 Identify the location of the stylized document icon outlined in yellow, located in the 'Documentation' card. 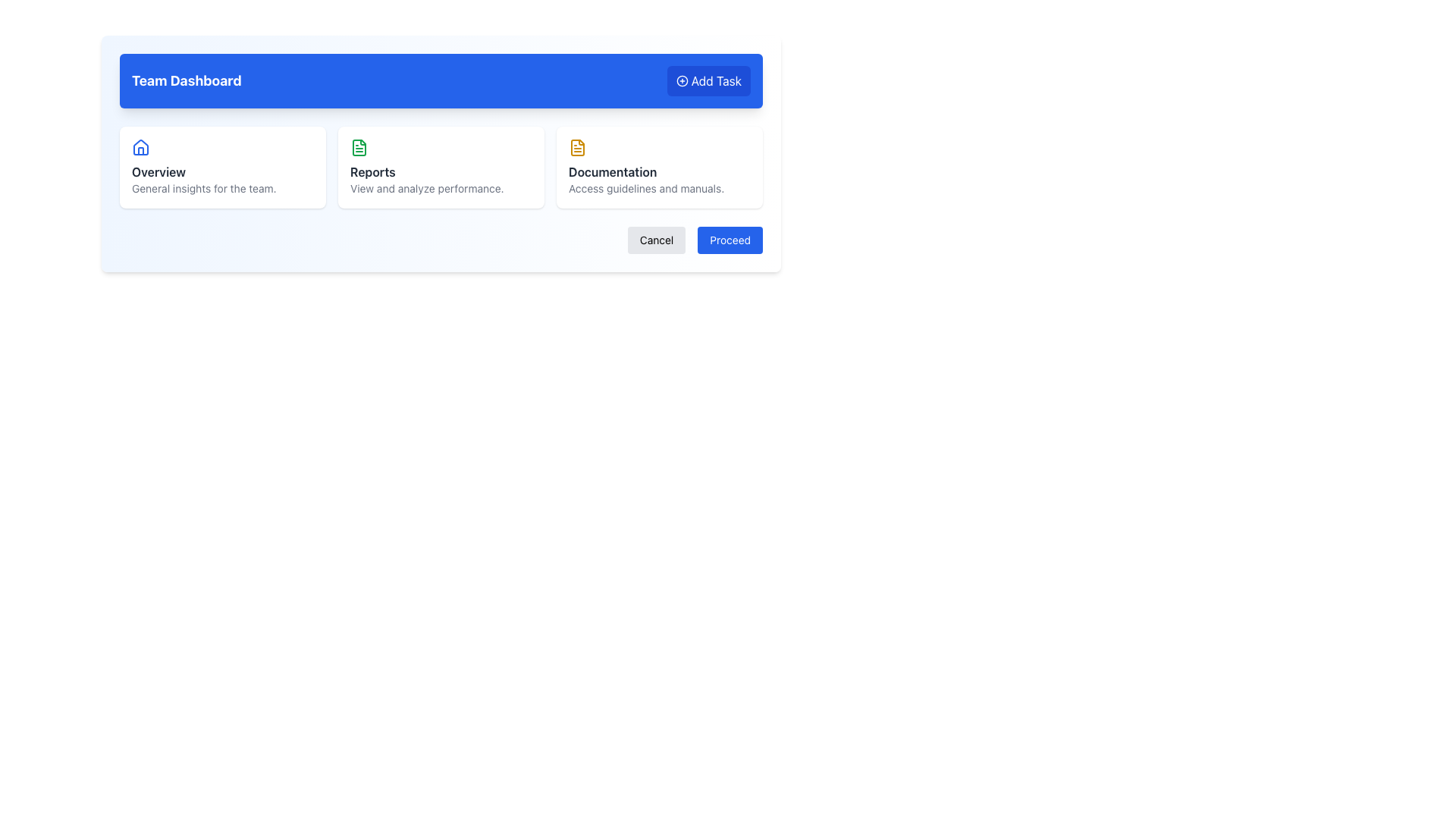
(577, 148).